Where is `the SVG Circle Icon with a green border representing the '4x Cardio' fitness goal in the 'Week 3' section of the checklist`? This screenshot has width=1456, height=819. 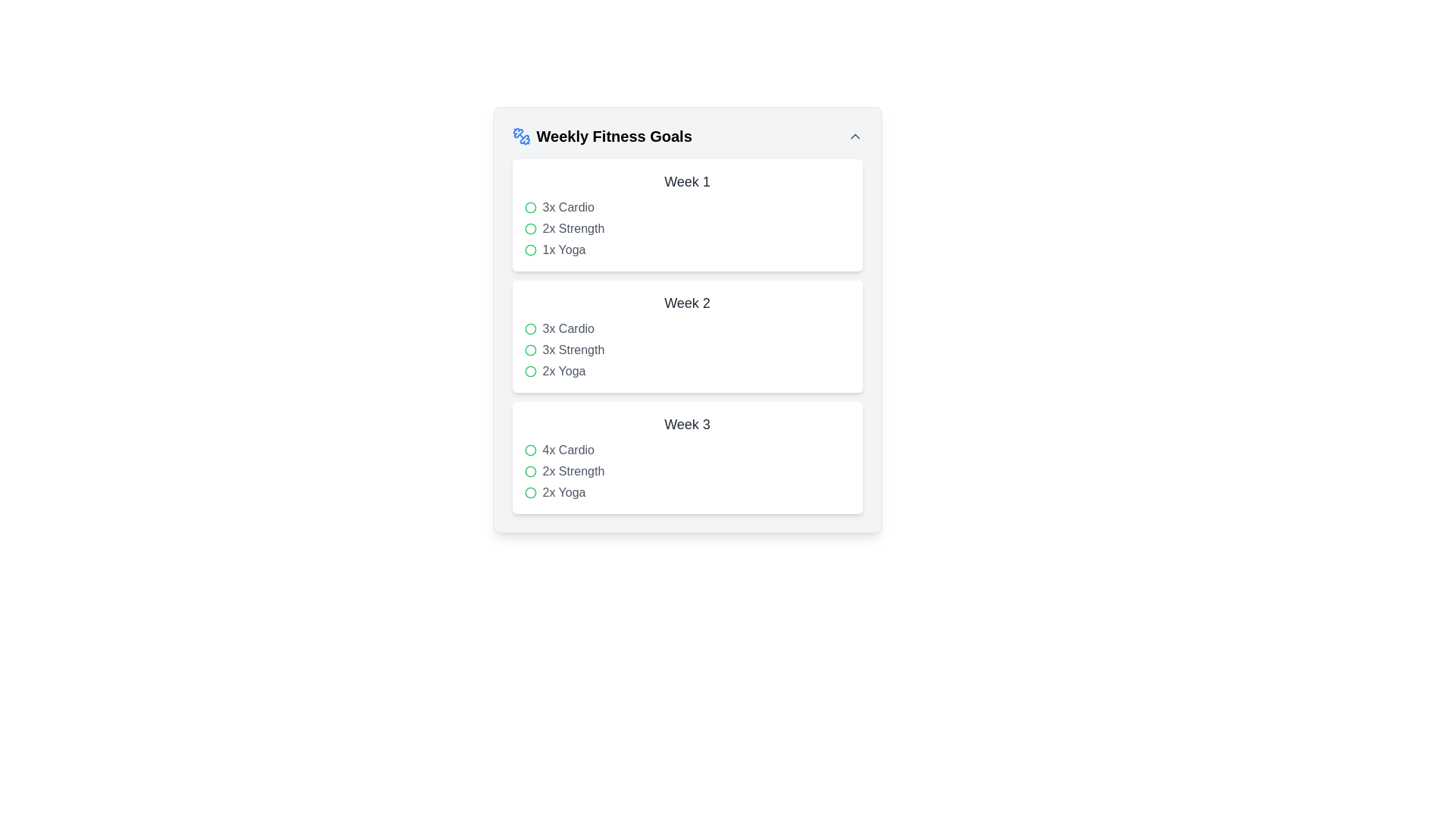 the SVG Circle Icon with a green border representing the '4x Cardio' fitness goal in the 'Week 3' section of the checklist is located at coordinates (530, 470).